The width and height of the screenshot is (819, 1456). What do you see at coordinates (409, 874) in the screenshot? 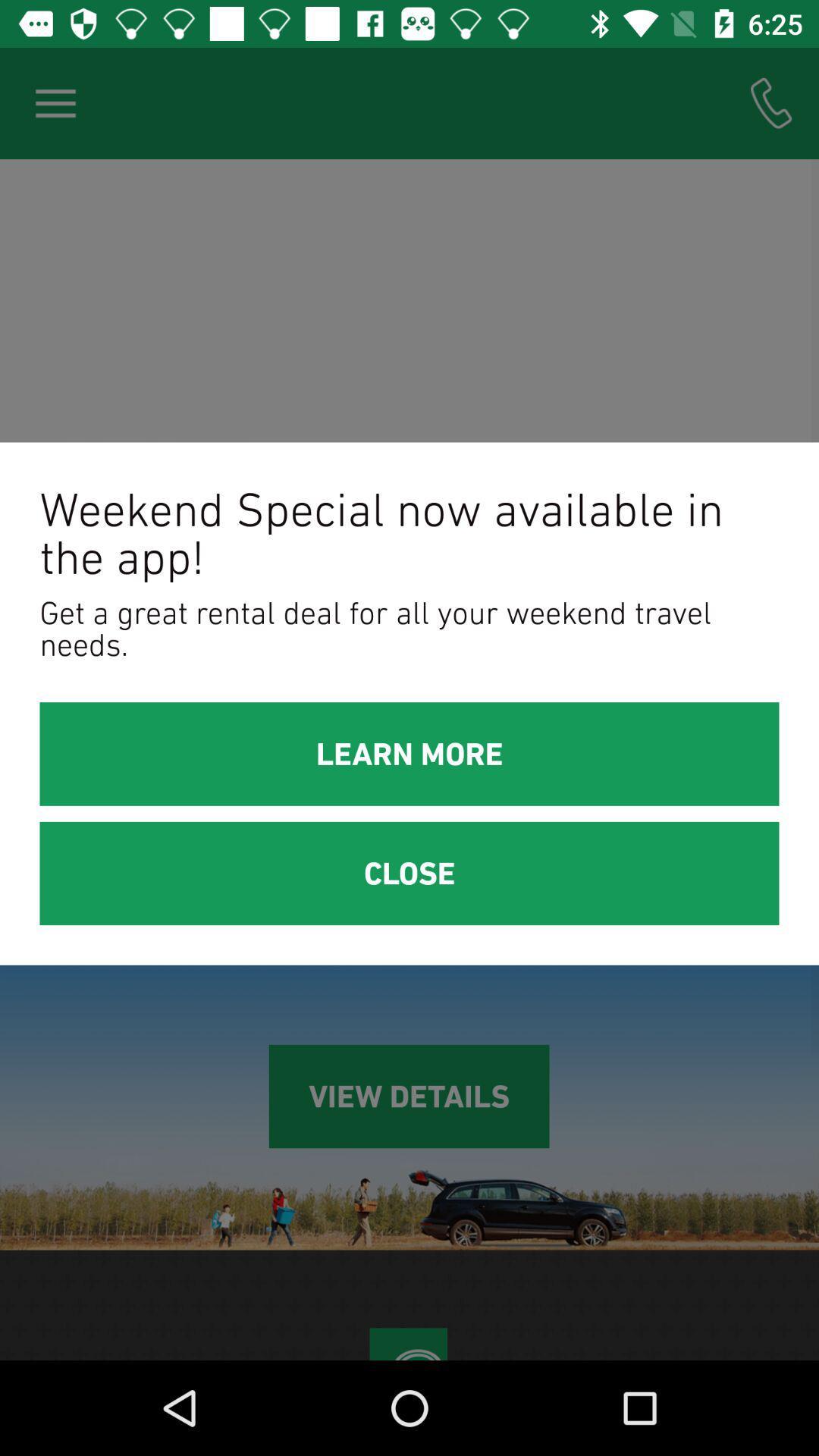
I see `icon below learn more icon` at bounding box center [409, 874].